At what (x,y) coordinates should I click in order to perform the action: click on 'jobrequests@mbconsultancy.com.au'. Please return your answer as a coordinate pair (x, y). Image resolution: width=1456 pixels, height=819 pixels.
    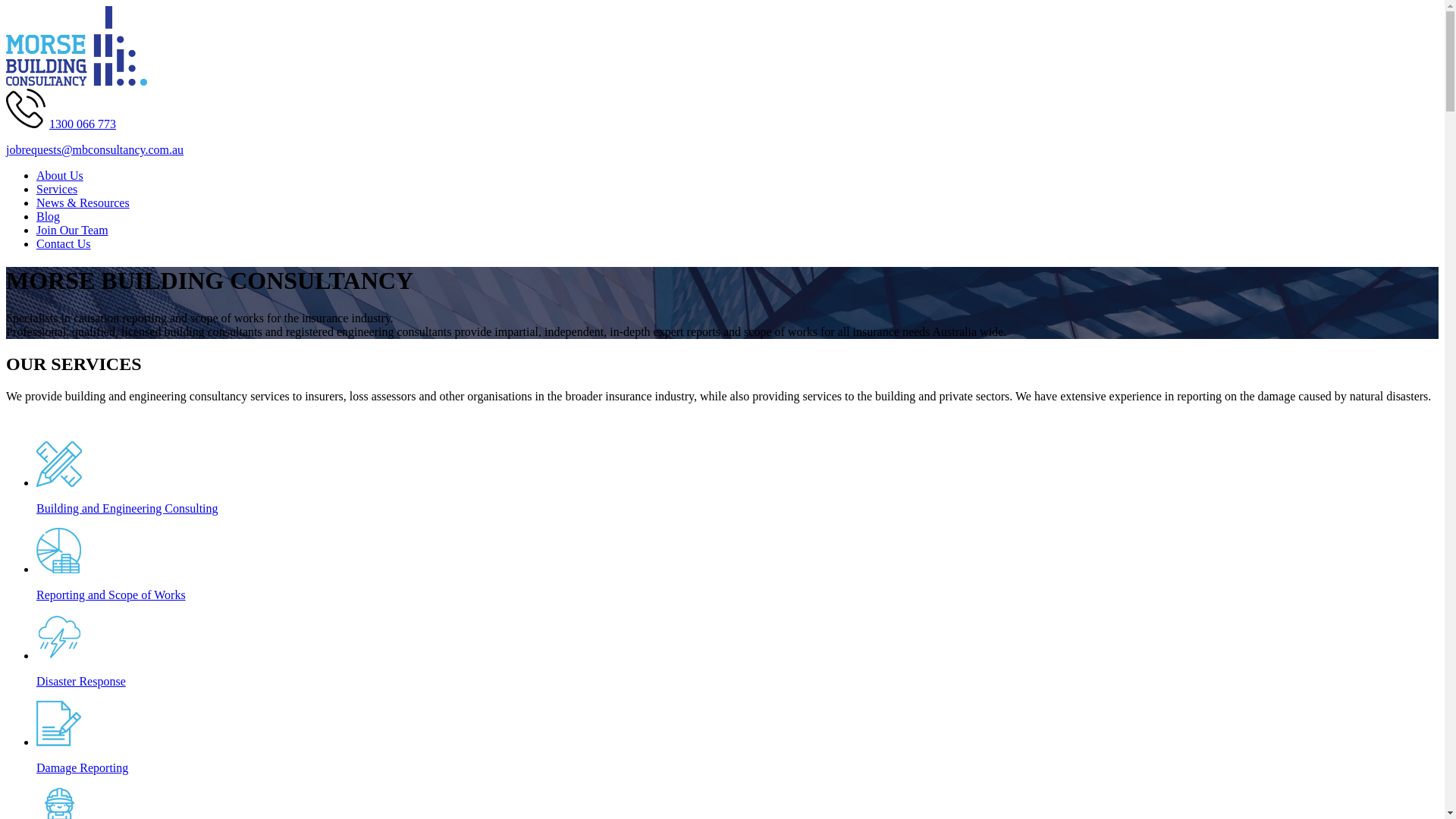
    Looking at the image, I should click on (93, 149).